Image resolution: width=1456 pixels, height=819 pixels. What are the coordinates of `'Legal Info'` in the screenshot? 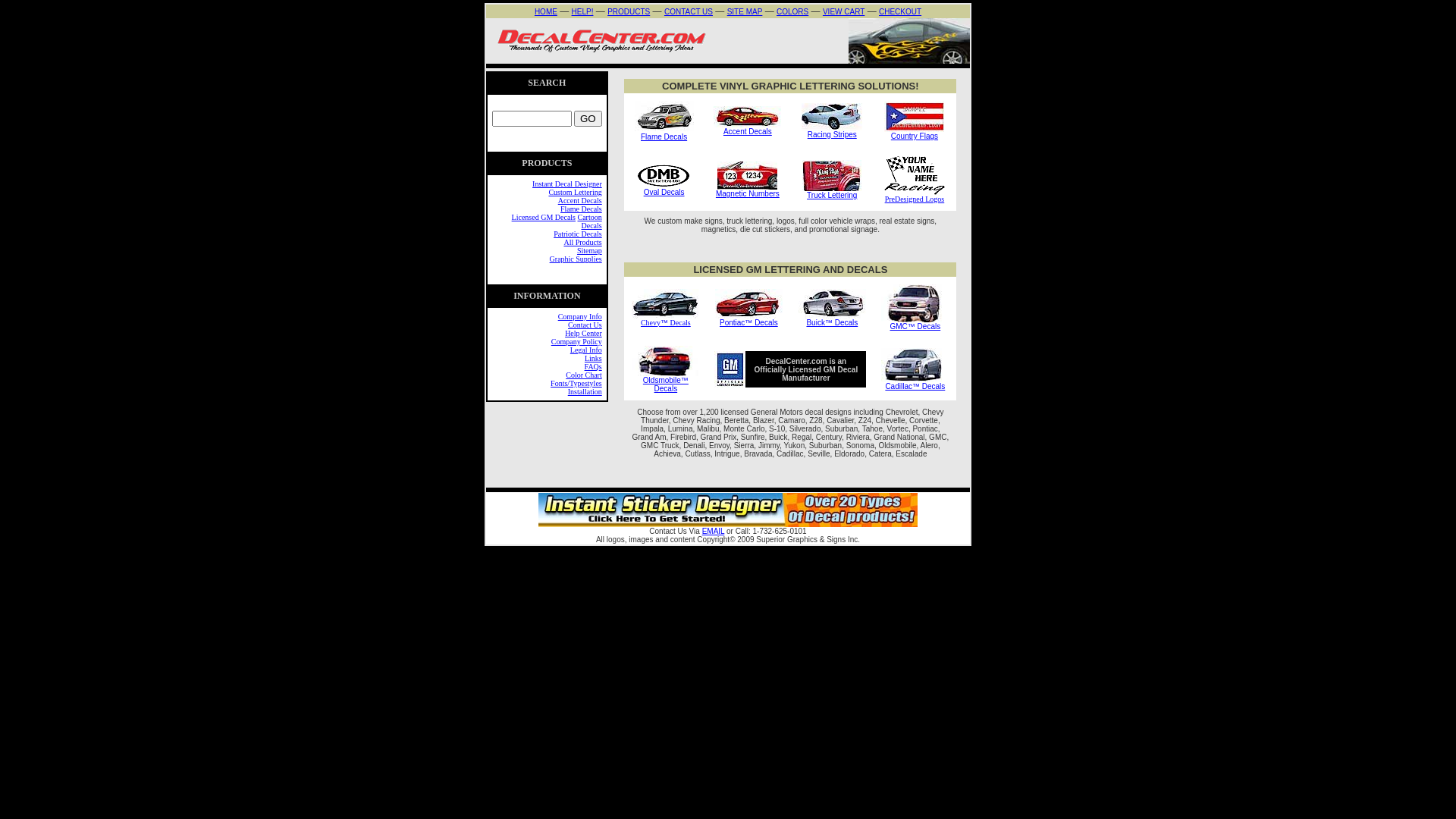 It's located at (585, 350).